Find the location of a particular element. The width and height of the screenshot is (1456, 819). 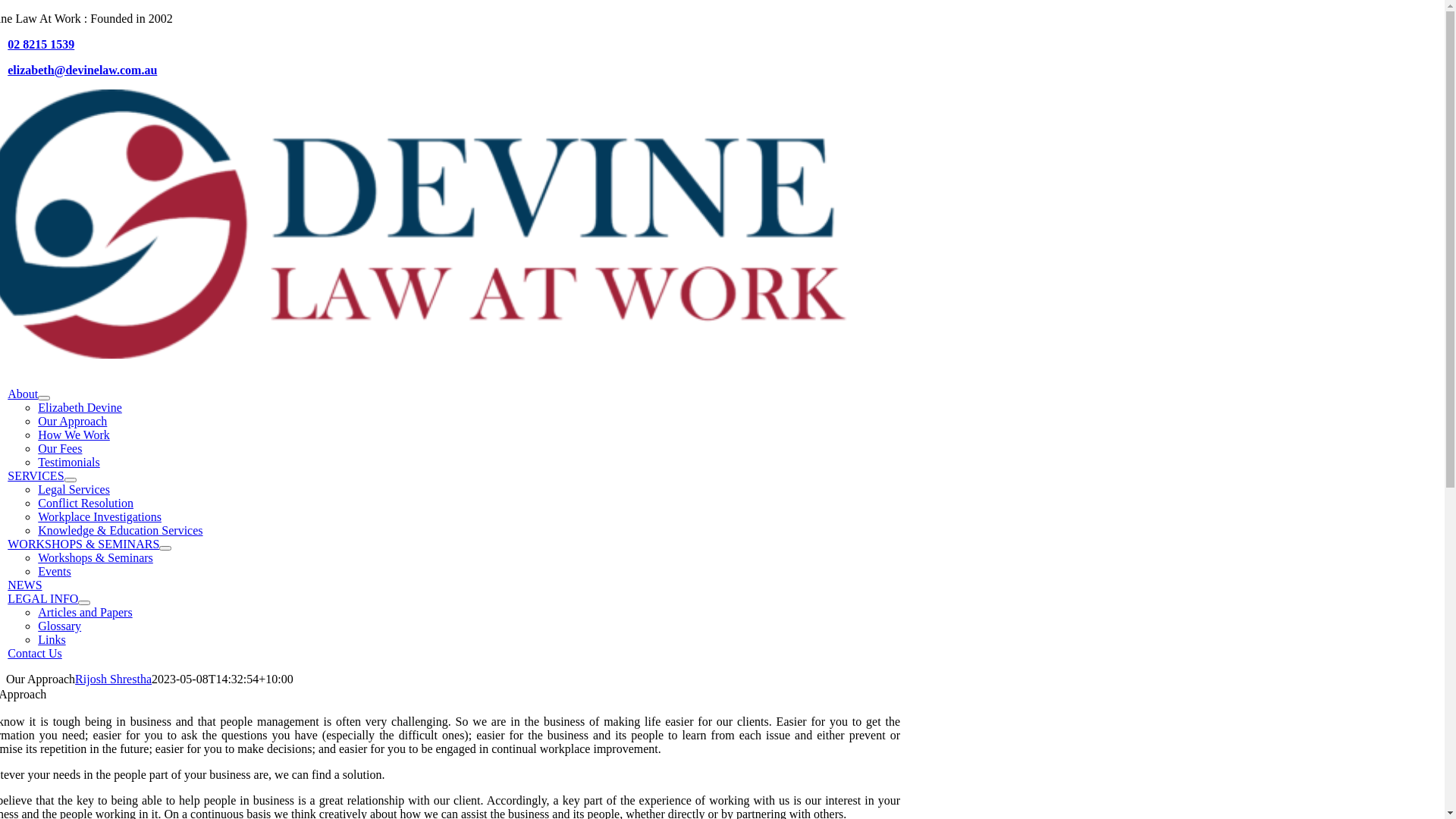

'Events' is located at coordinates (55, 571).